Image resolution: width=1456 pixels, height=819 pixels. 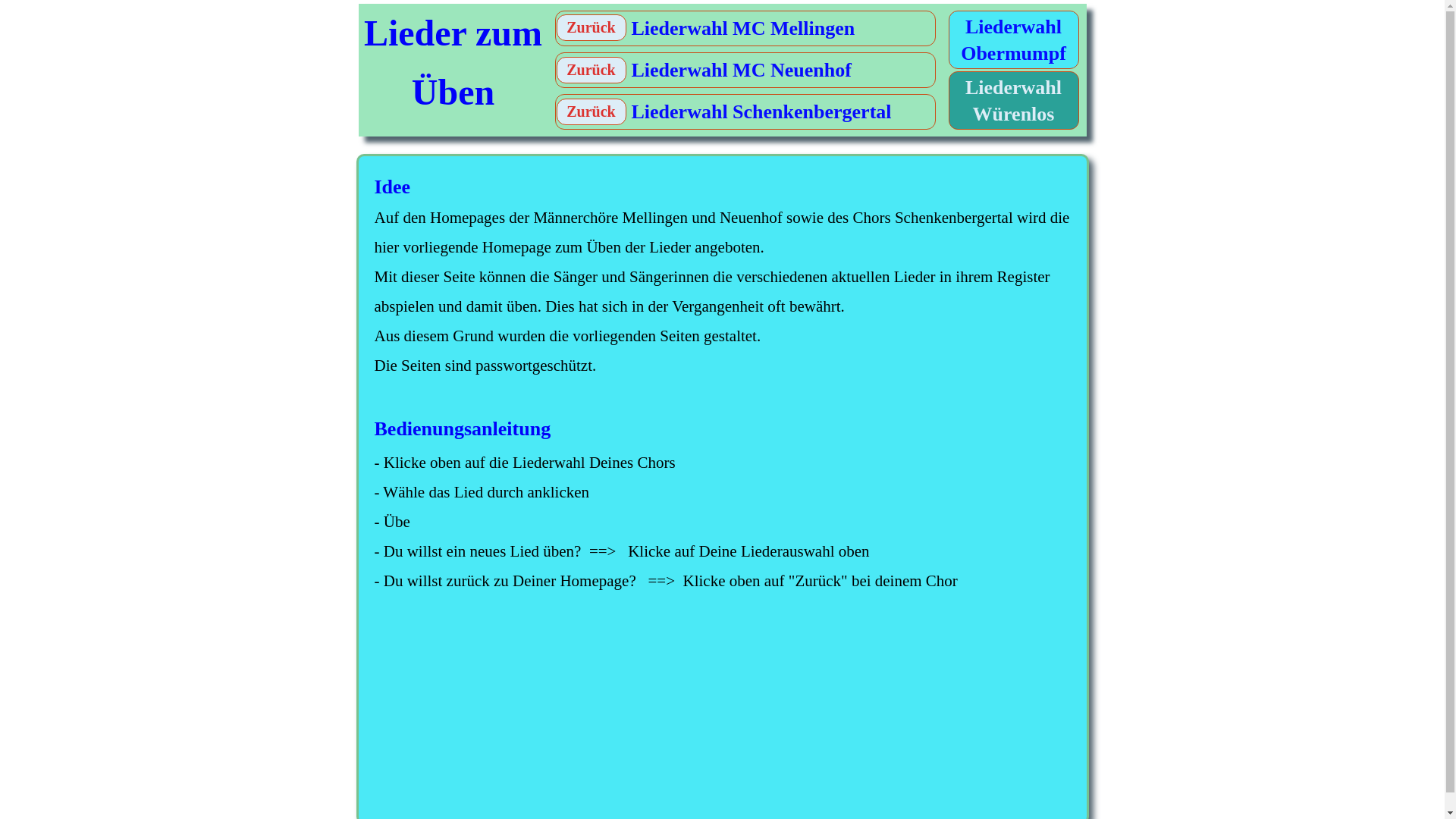 I want to click on 'Liederwahl Obermumpf', so click(x=1014, y=40).